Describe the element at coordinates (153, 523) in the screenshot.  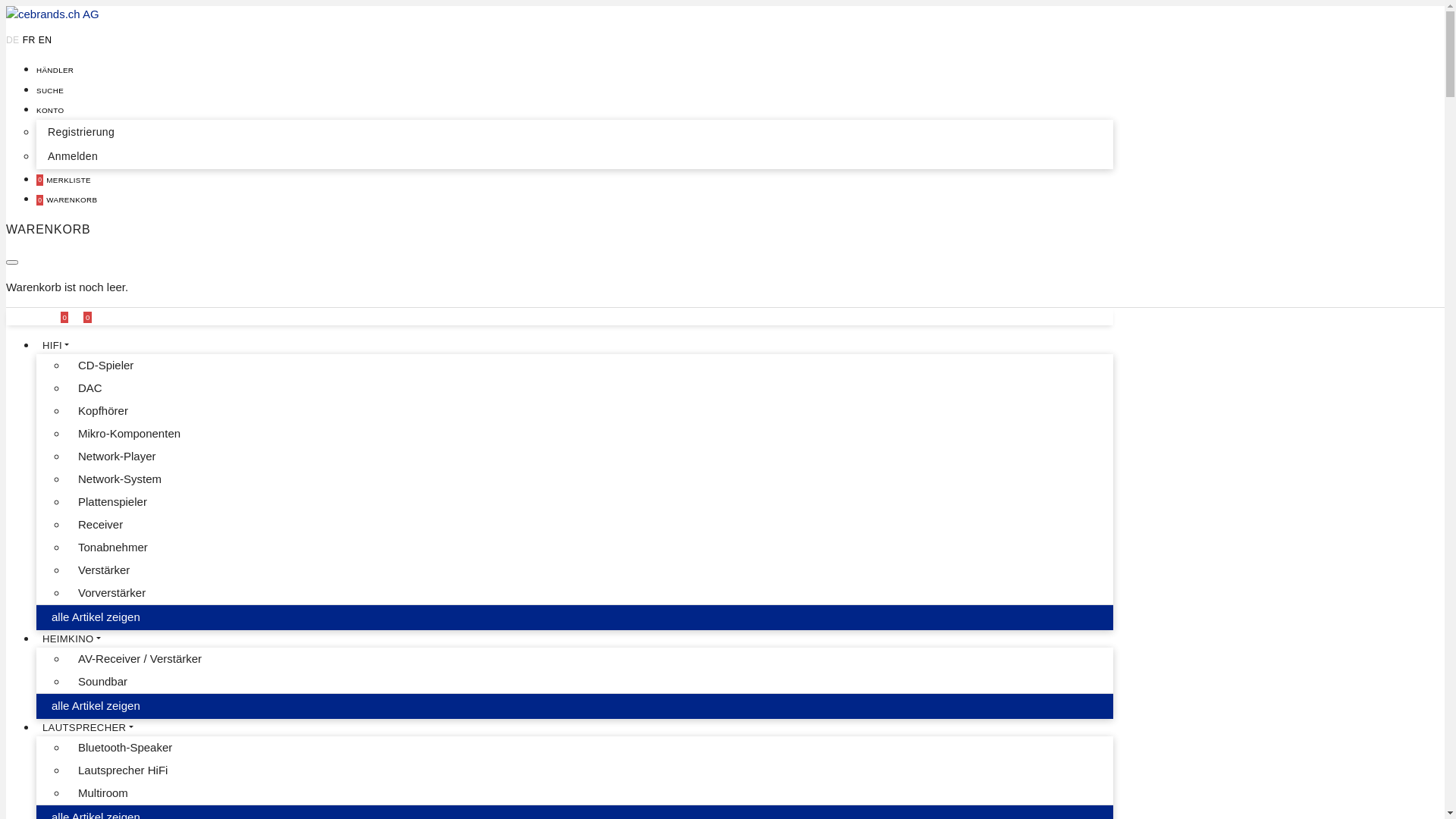
I see `'Receiver'` at that location.